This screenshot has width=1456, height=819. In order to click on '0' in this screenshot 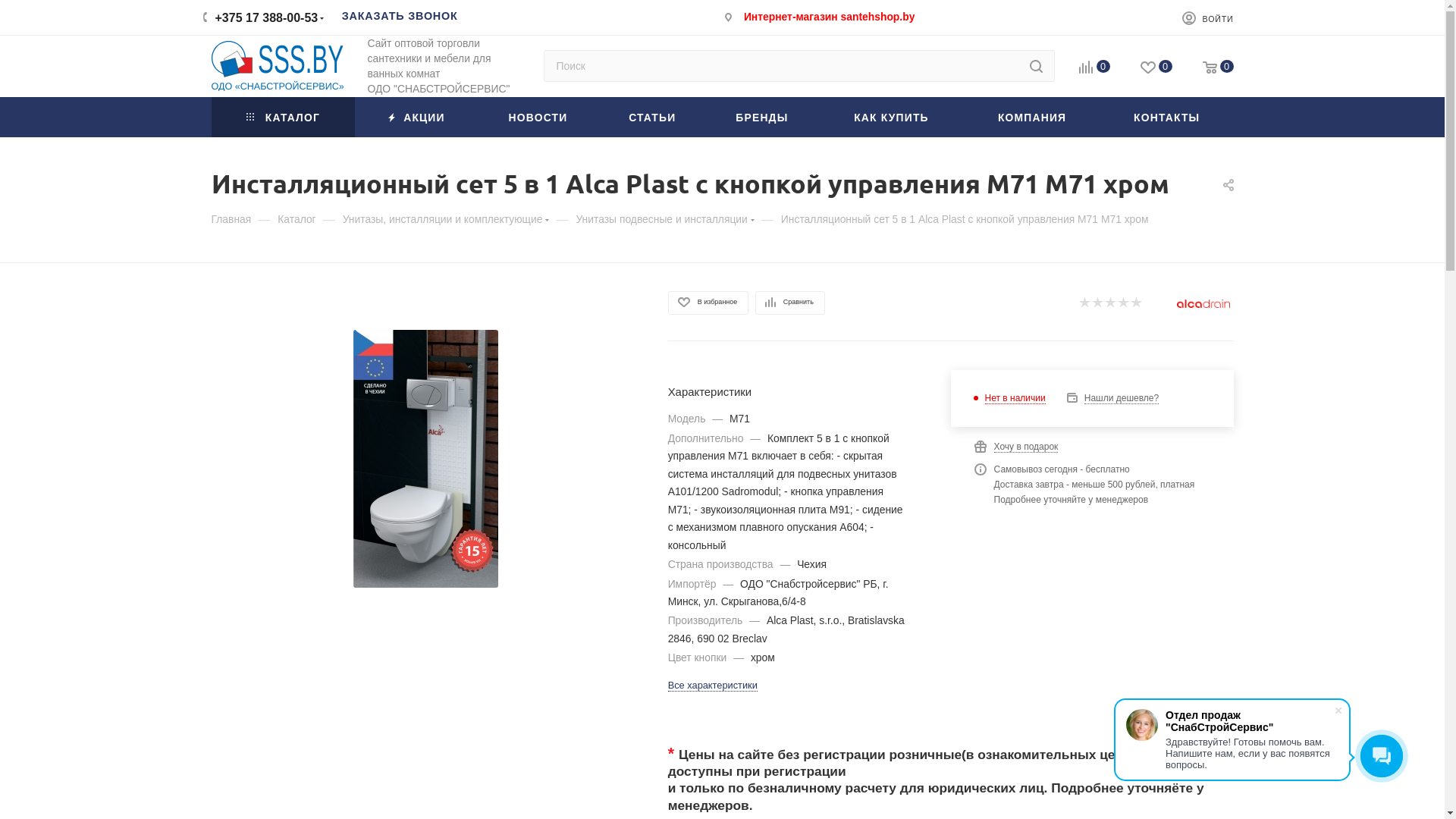, I will do `click(1218, 68)`.